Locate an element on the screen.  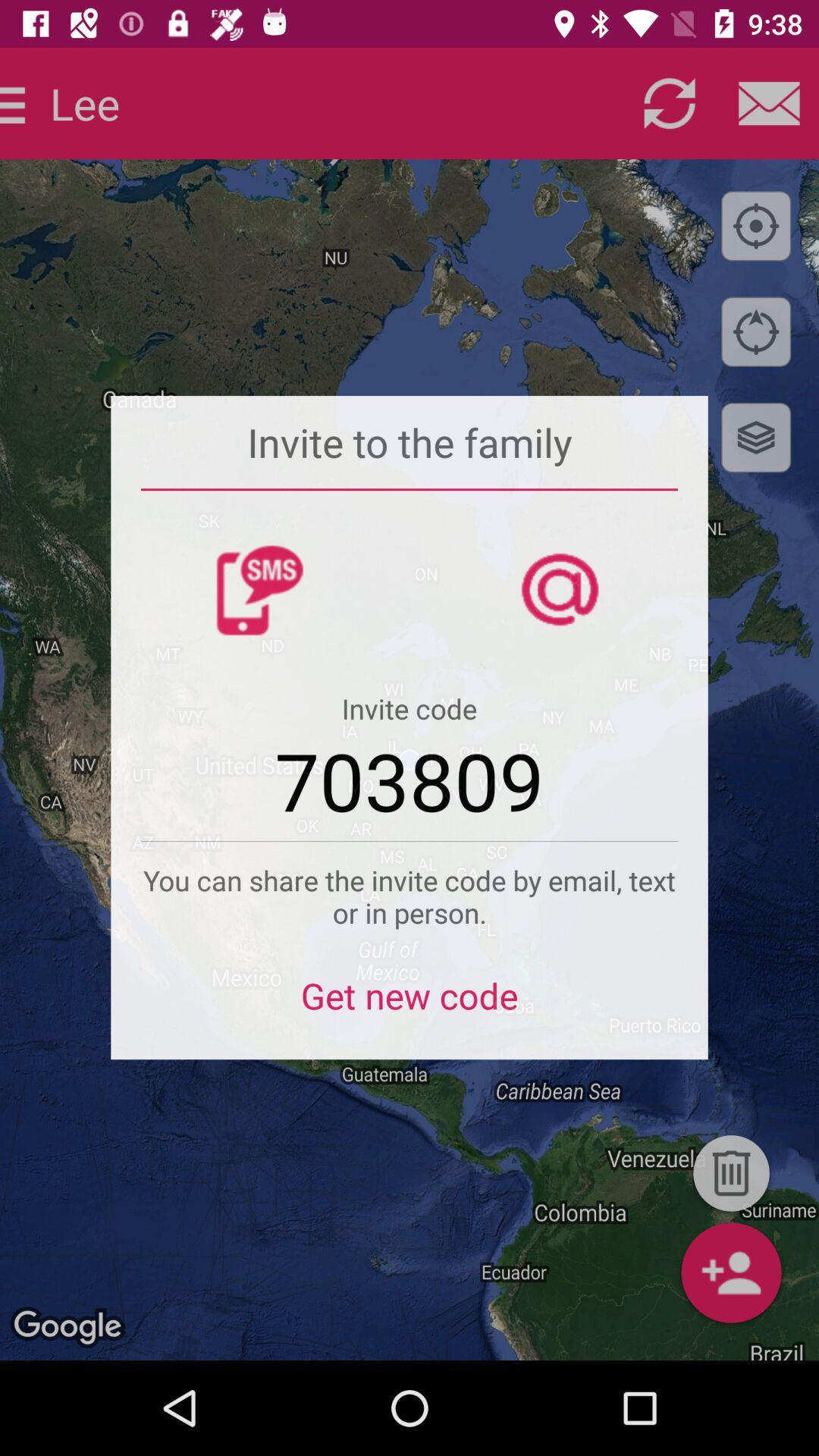
open messages is located at coordinates (769, 102).